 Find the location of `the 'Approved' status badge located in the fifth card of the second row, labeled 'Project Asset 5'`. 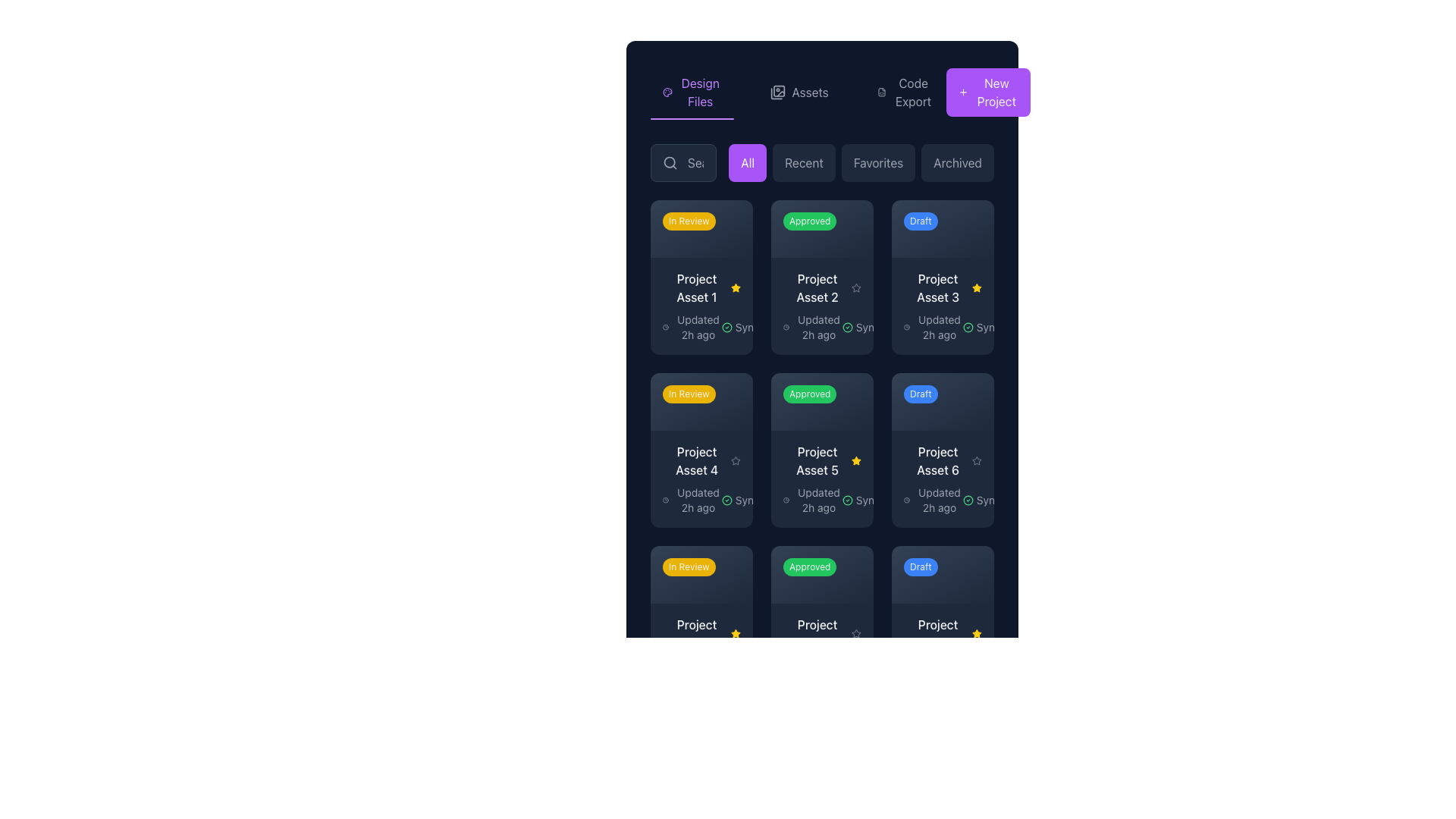

the 'Approved' status badge located in the fifth card of the second row, labeled 'Project Asset 5' is located at coordinates (818, 396).